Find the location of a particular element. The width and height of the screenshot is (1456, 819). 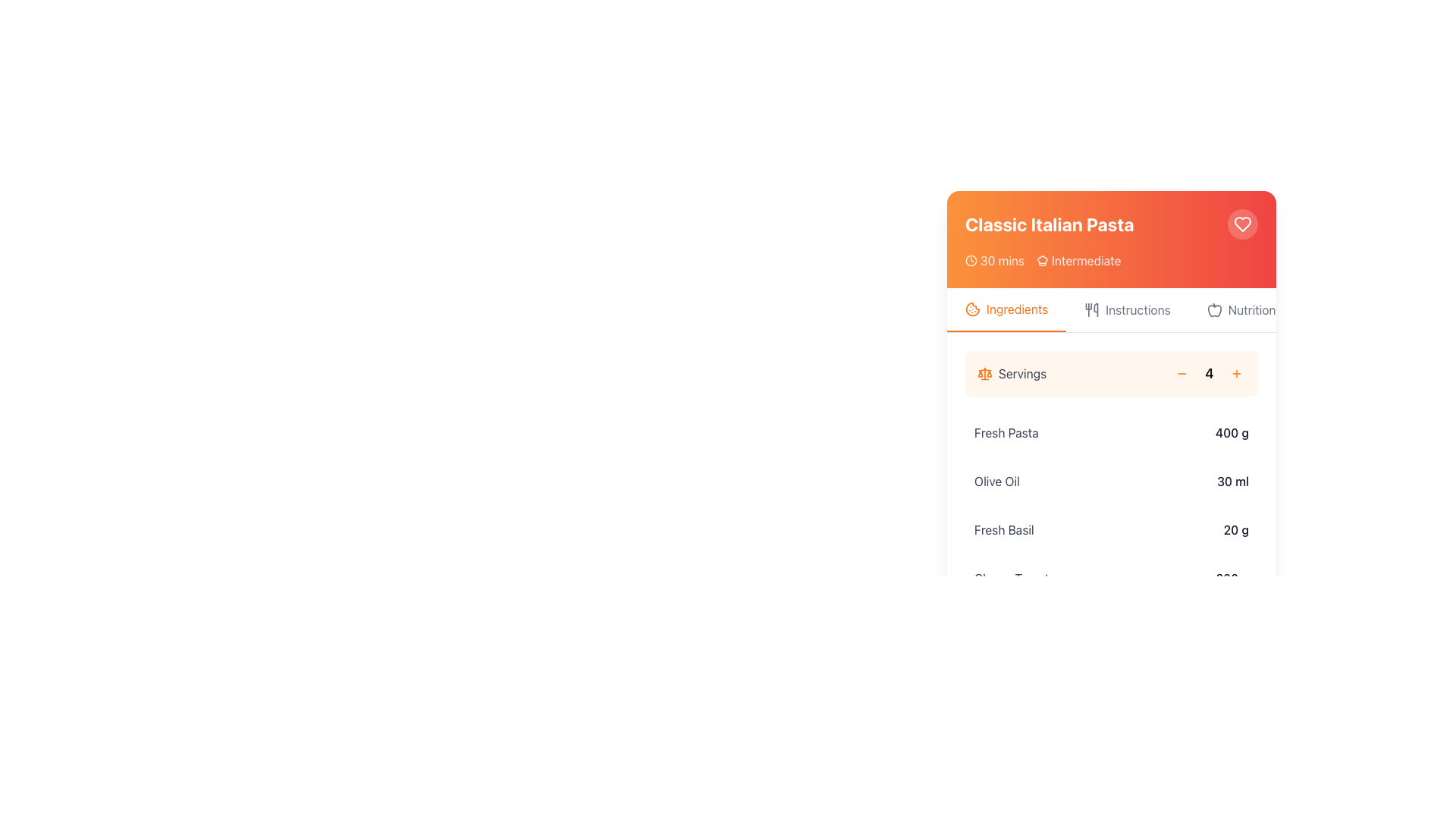

the cookie icon located to the left of the 'Ingredients' text in the 'Ingredients' tab, which is styled in orange is located at coordinates (972, 309).